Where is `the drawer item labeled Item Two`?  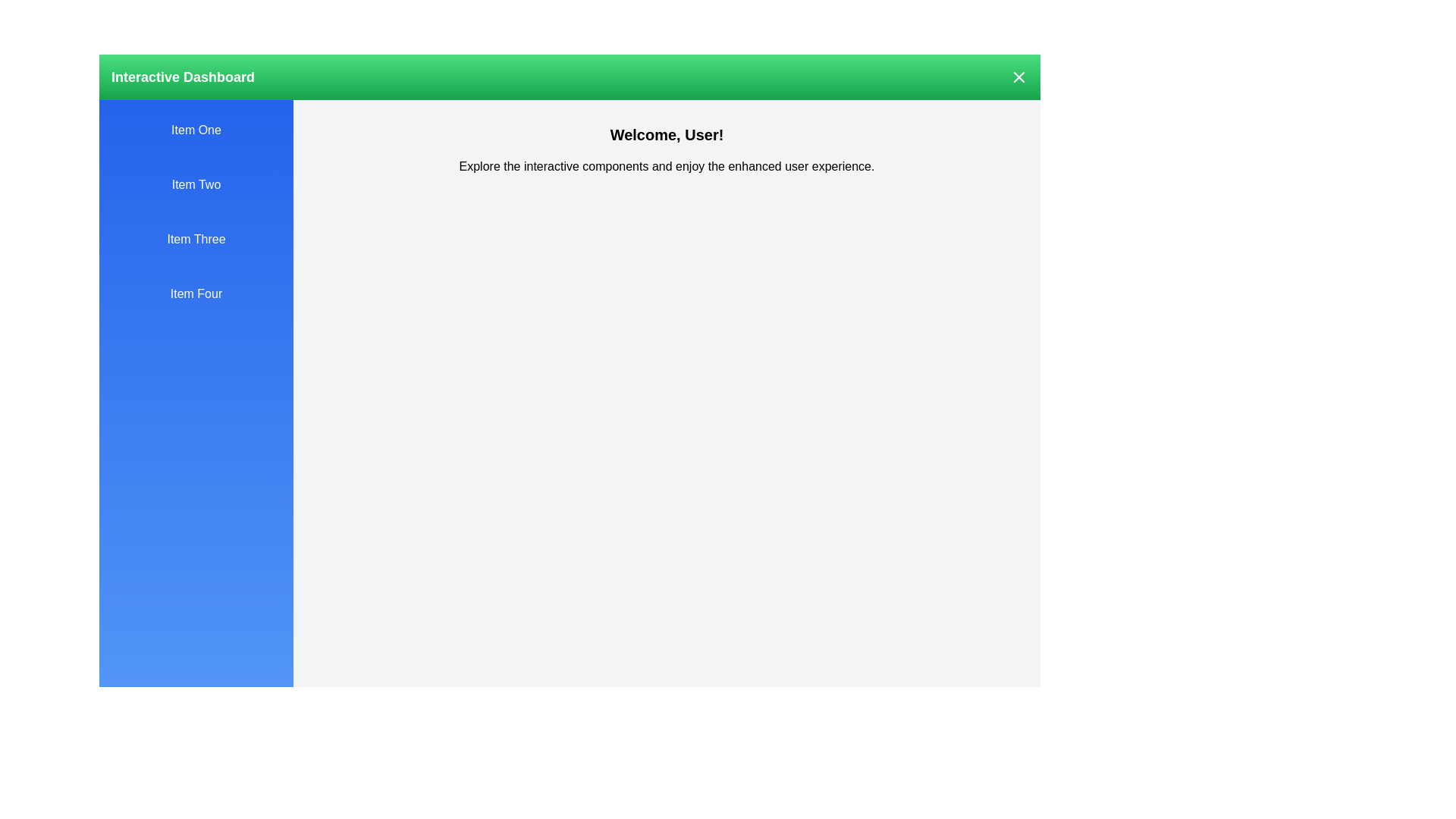
the drawer item labeled Item Two is located at coordinates (196, 184).